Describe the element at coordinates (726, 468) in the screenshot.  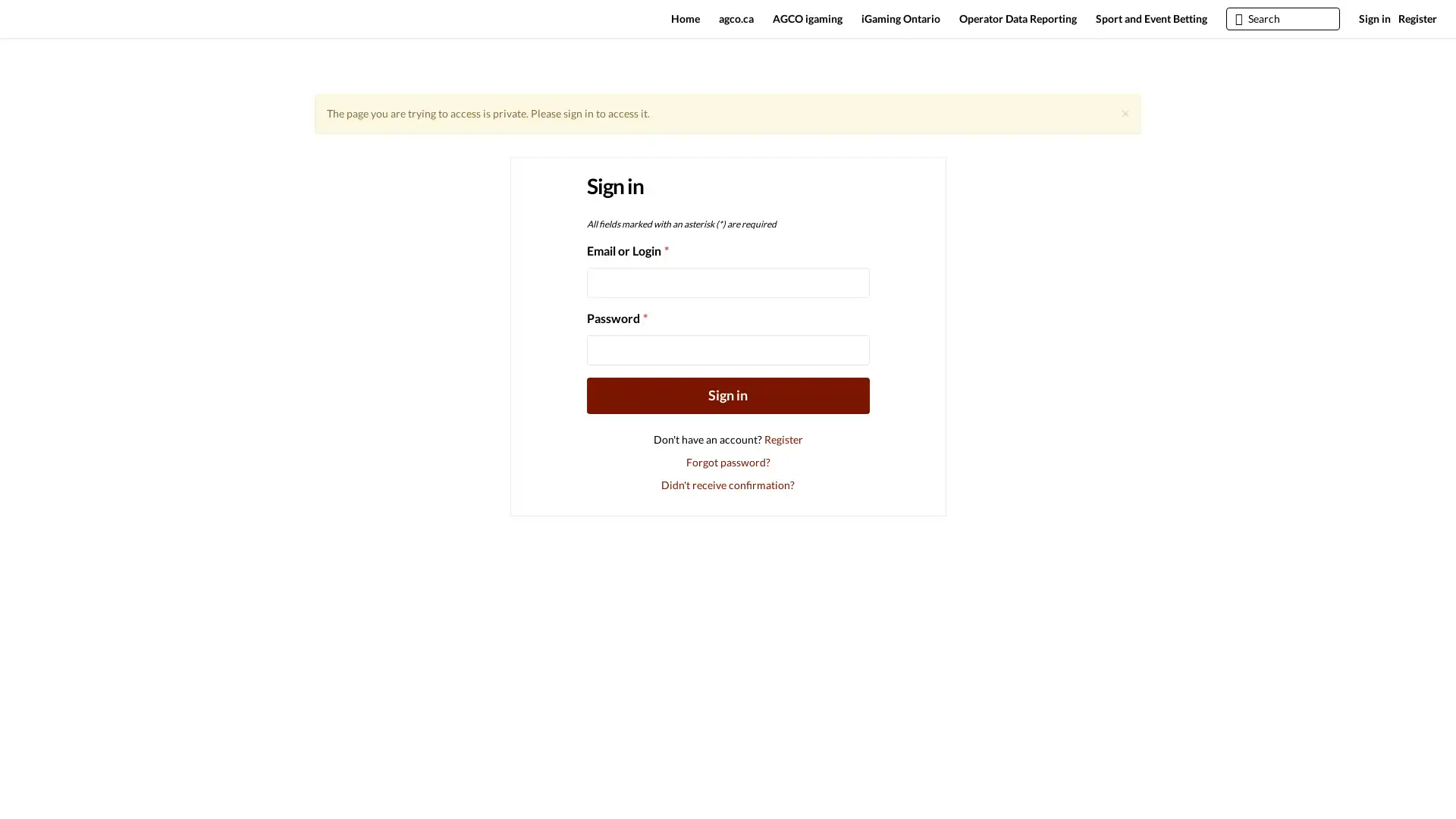
I see `Forgot password?` at that location.